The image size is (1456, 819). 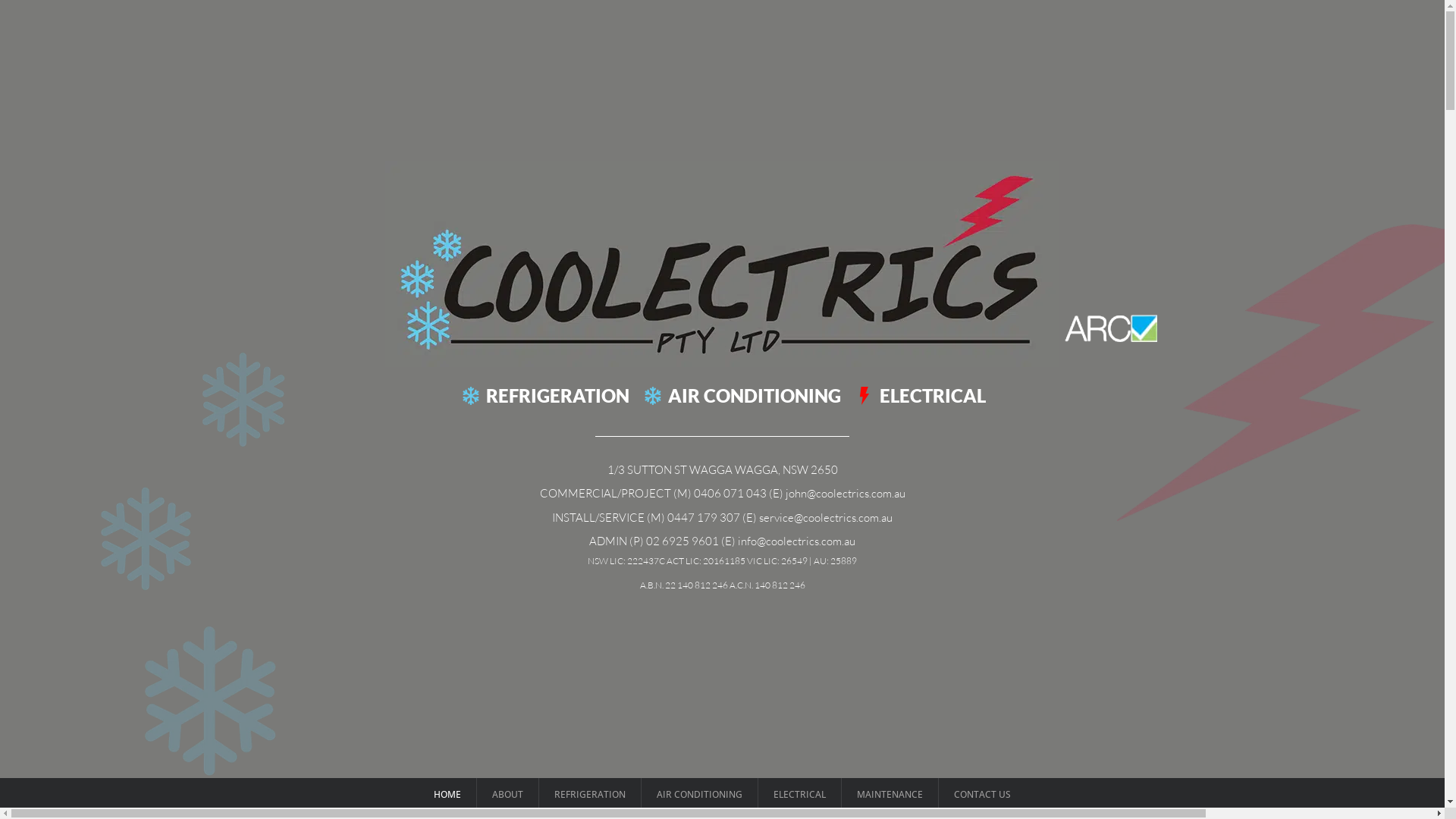 What do you see at coordinates (840, 793) in the screenshot?
I see `'MAINTENANCE'` at bounding box center [840, 793].